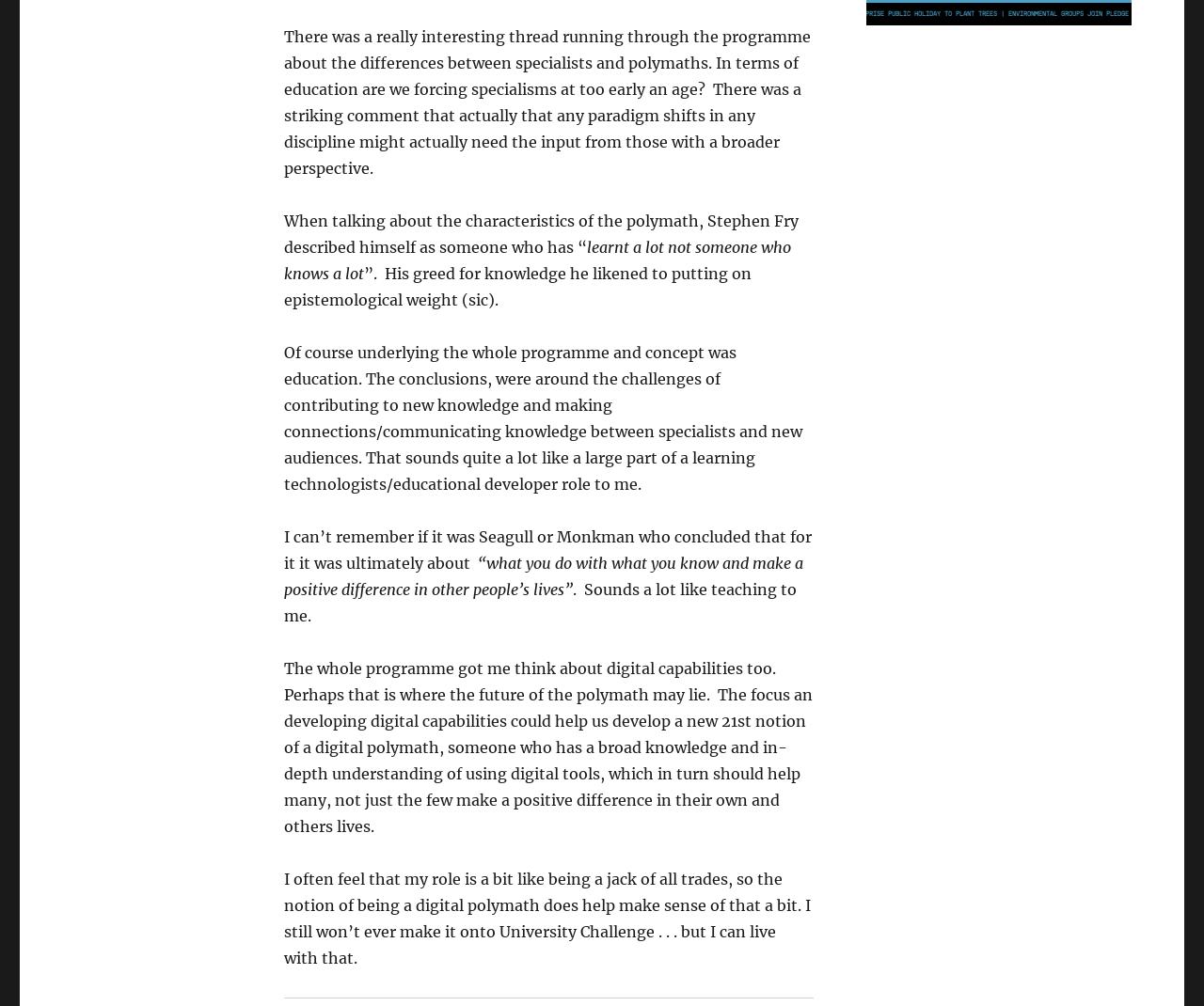 The image size is (1204, 1006). I want to click on '”.  His greed for knowledge he likened to putting on epistemological weight (sic).', so click(517, 286).